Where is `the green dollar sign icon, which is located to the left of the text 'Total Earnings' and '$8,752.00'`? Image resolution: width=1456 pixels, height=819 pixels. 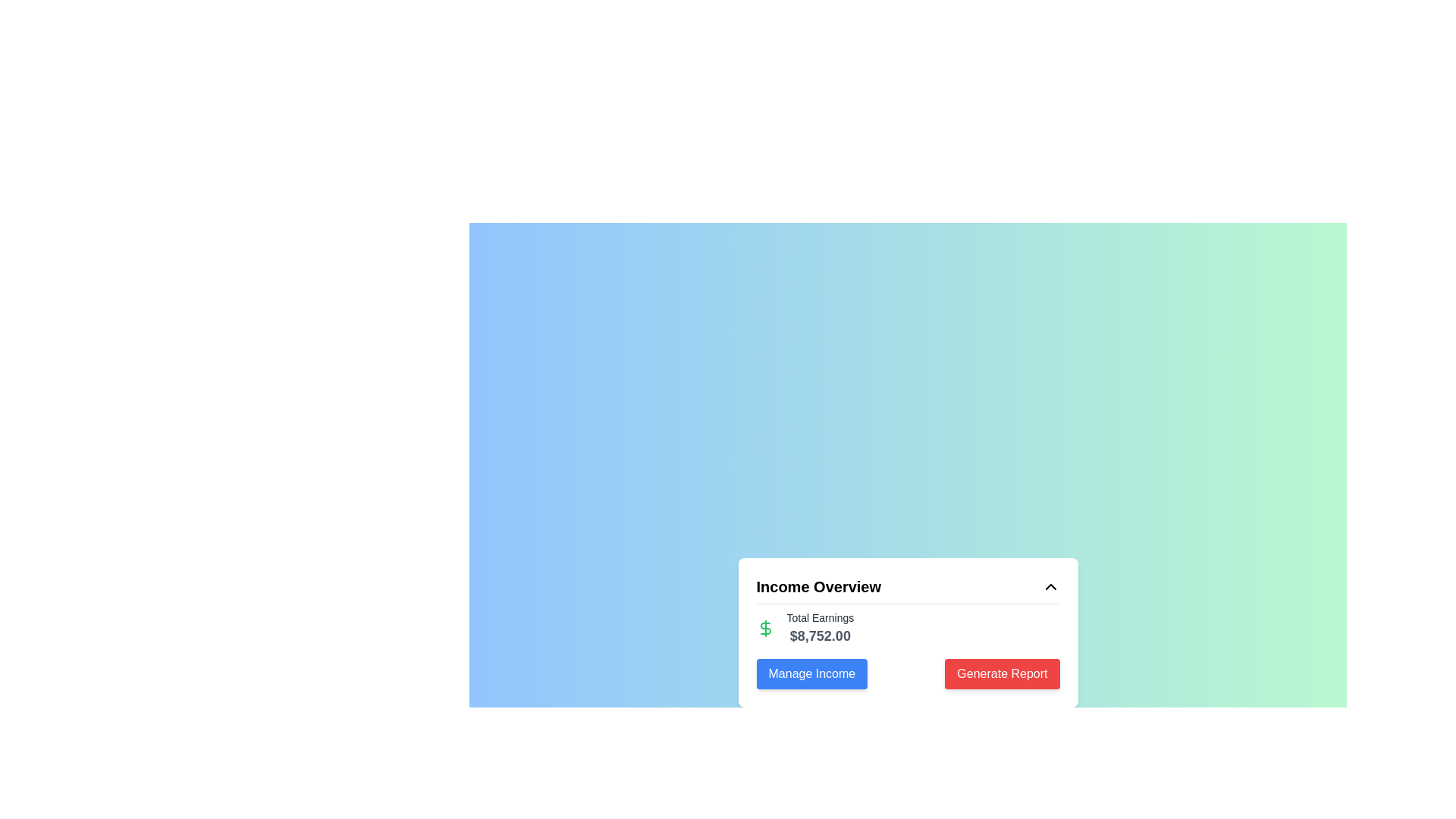
the green dollar sign icon, which is located to the left of the text 'Total Earnings' and '$8,752.00' is located at coordinates (765, 628).